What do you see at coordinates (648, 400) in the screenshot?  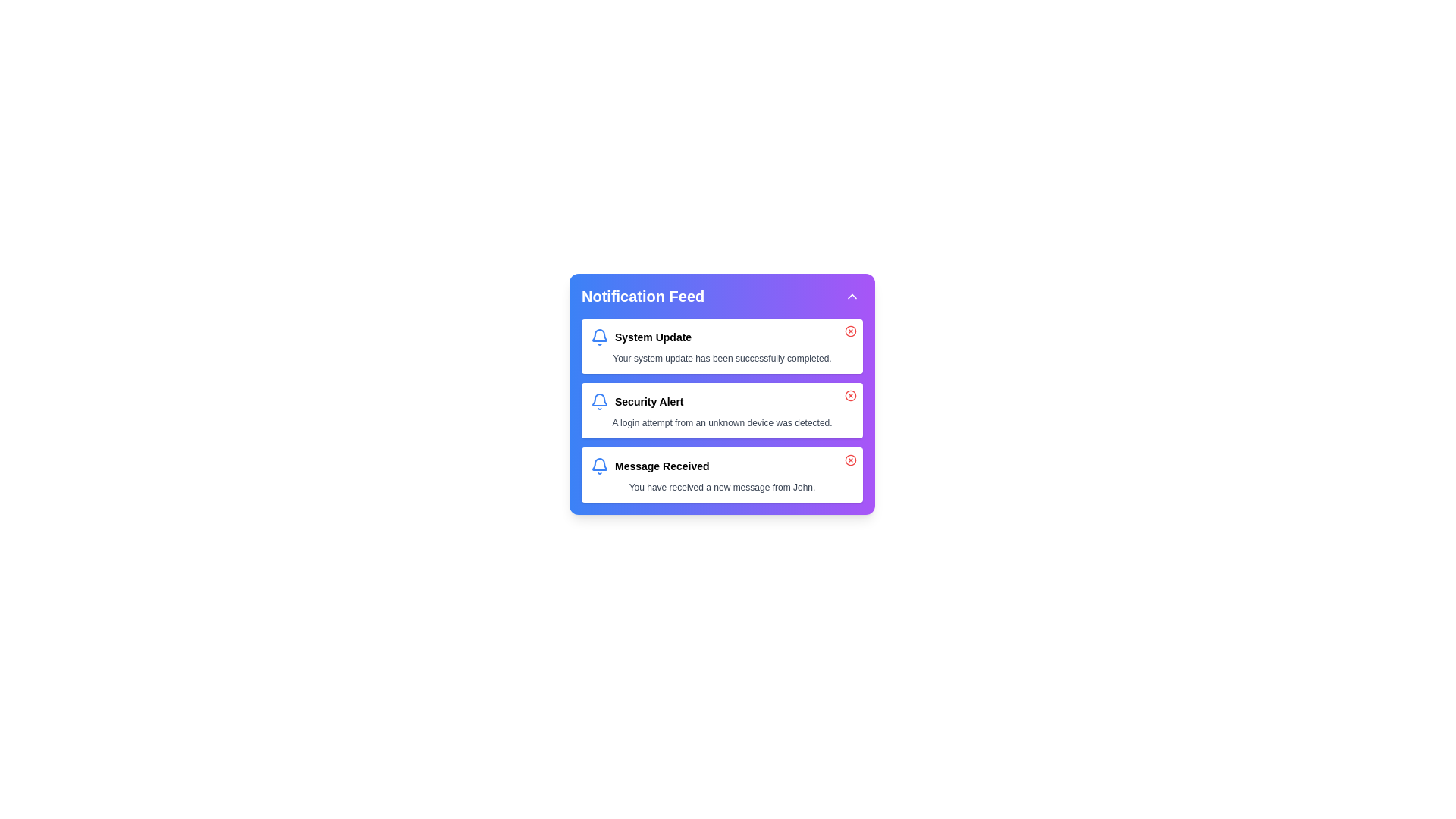 I see `the second notification title in the 'Notification Feed' section that alerts the user about a security-related issue` at bounding box center [648, 400].